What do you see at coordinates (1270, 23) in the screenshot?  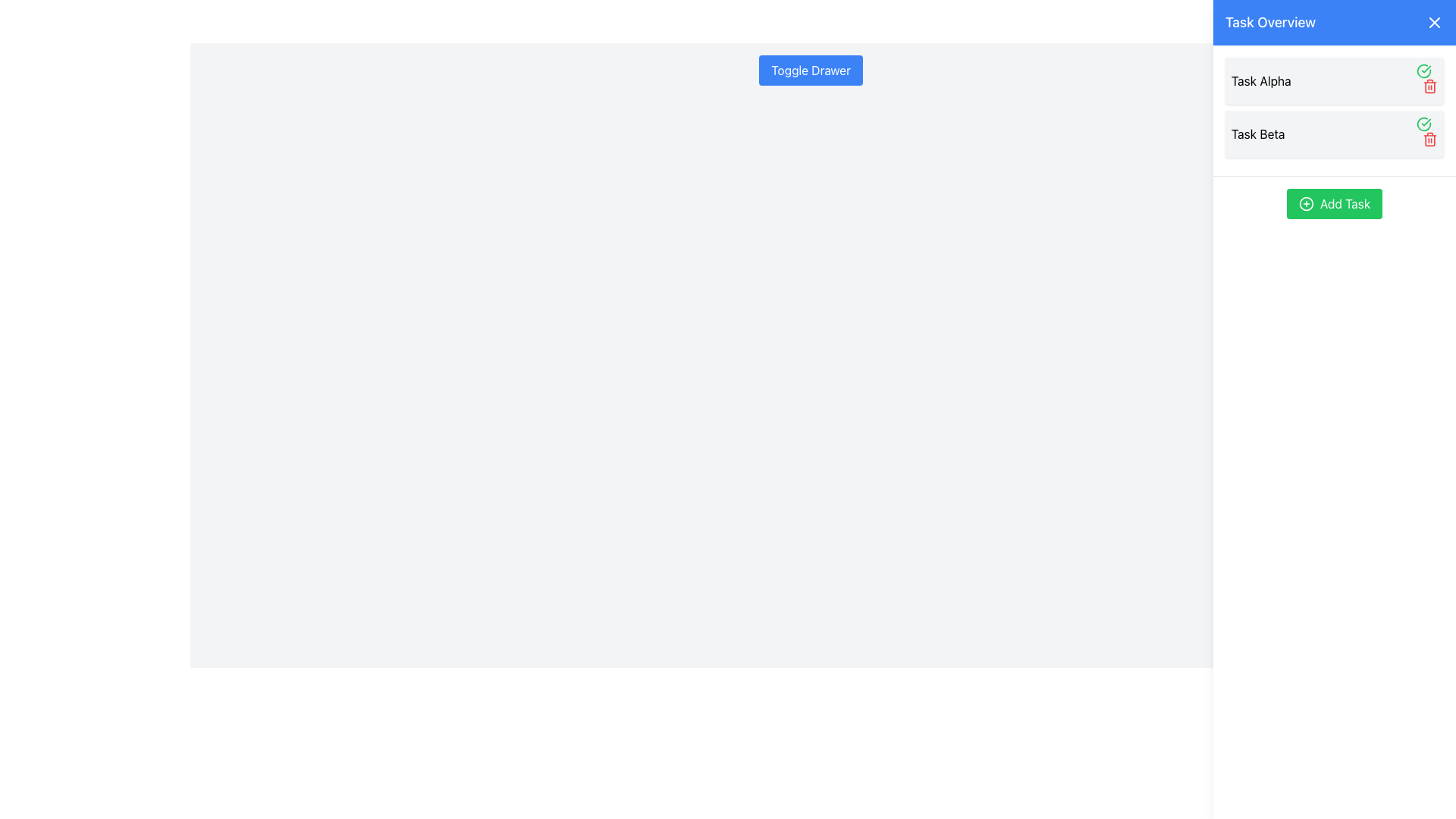 I see `header text located at the top-right of the interface, which serves as a title or label for the content below` at bounding box center [1270, 23].